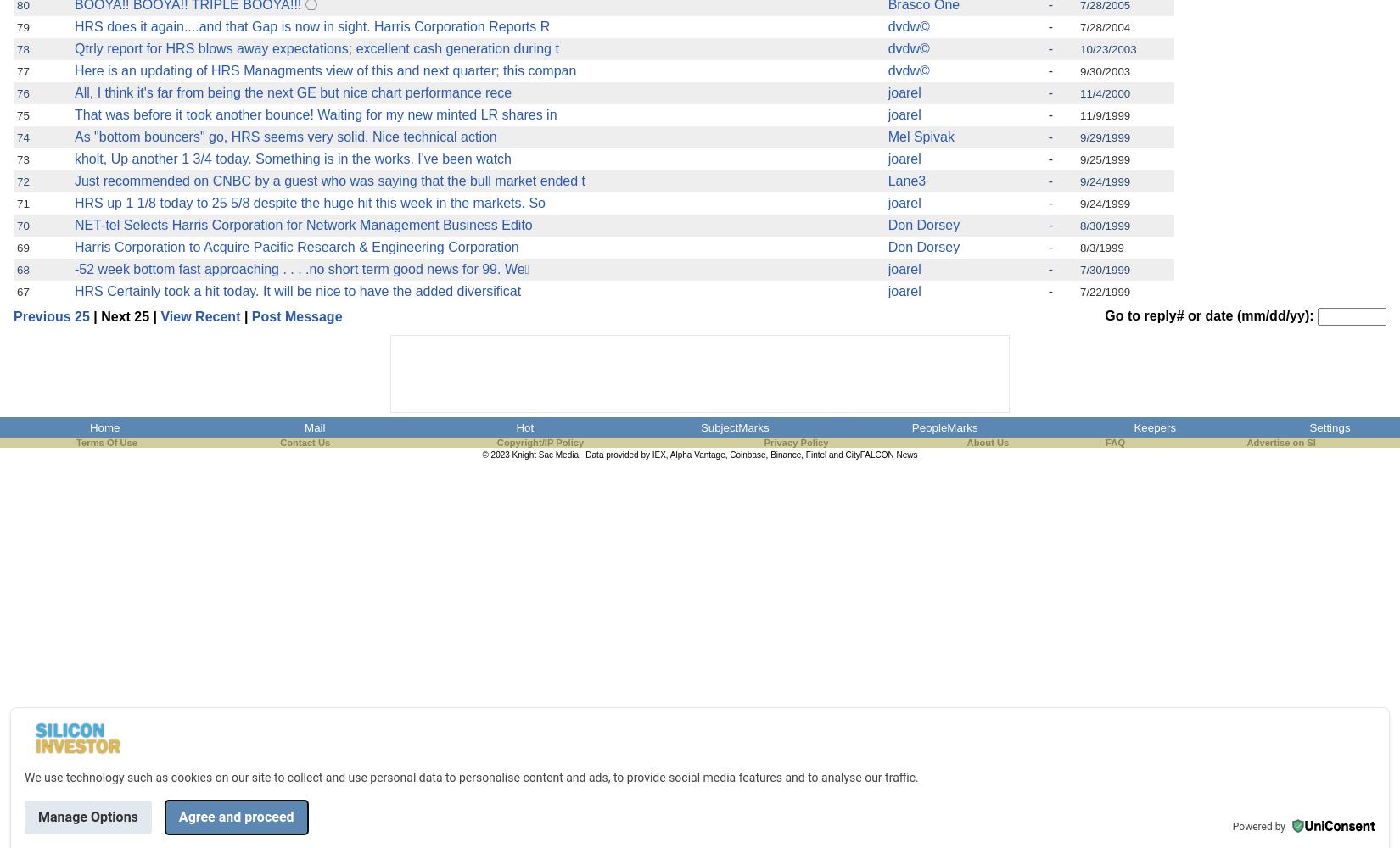  What do you see at coordinates (785, 455) in the screenshot?
I see `'Binance'` at bounding box center [785, 455].